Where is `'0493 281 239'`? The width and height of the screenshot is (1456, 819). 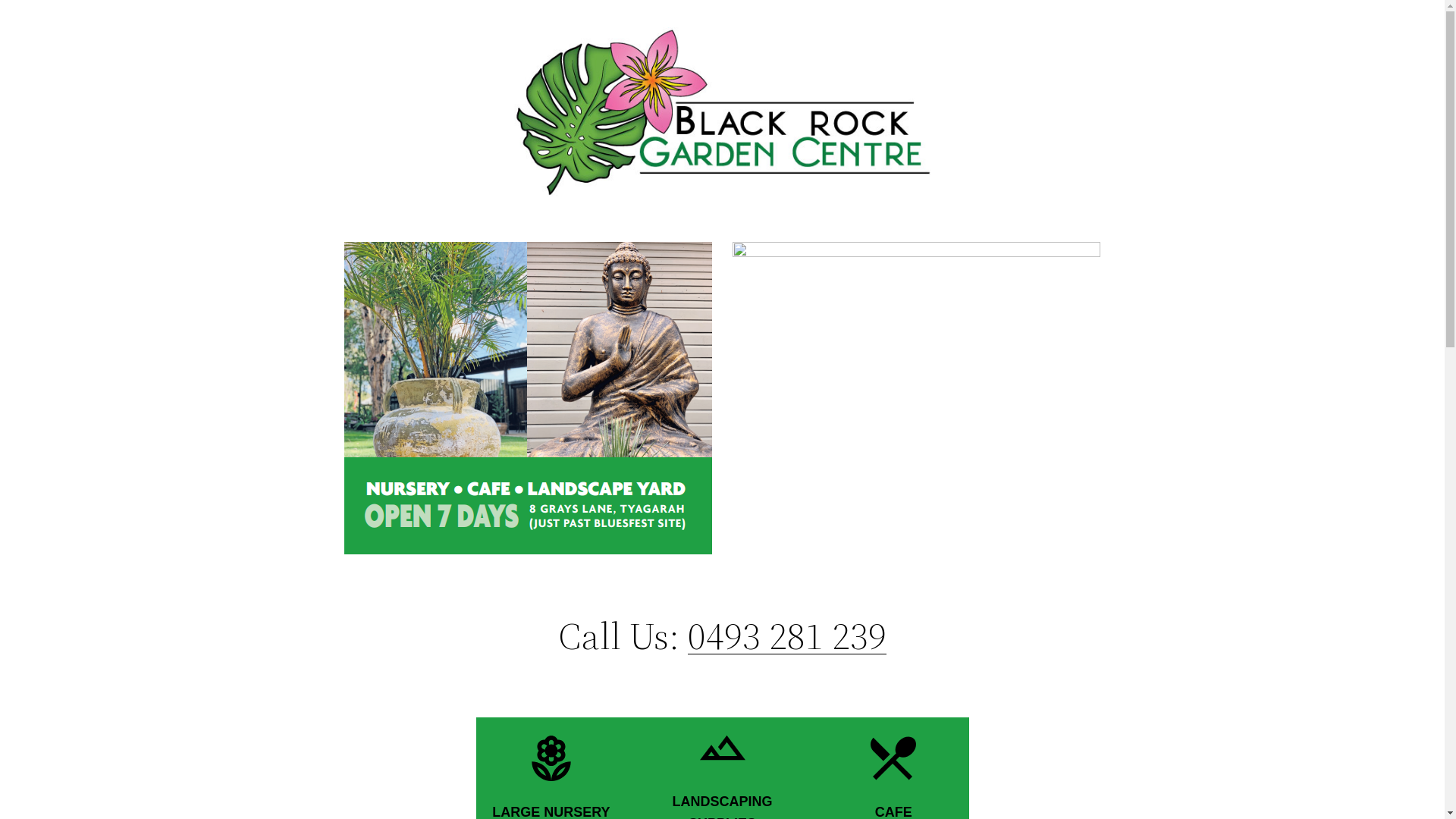
'0493 281 239' is located at coordinates (687, 635).